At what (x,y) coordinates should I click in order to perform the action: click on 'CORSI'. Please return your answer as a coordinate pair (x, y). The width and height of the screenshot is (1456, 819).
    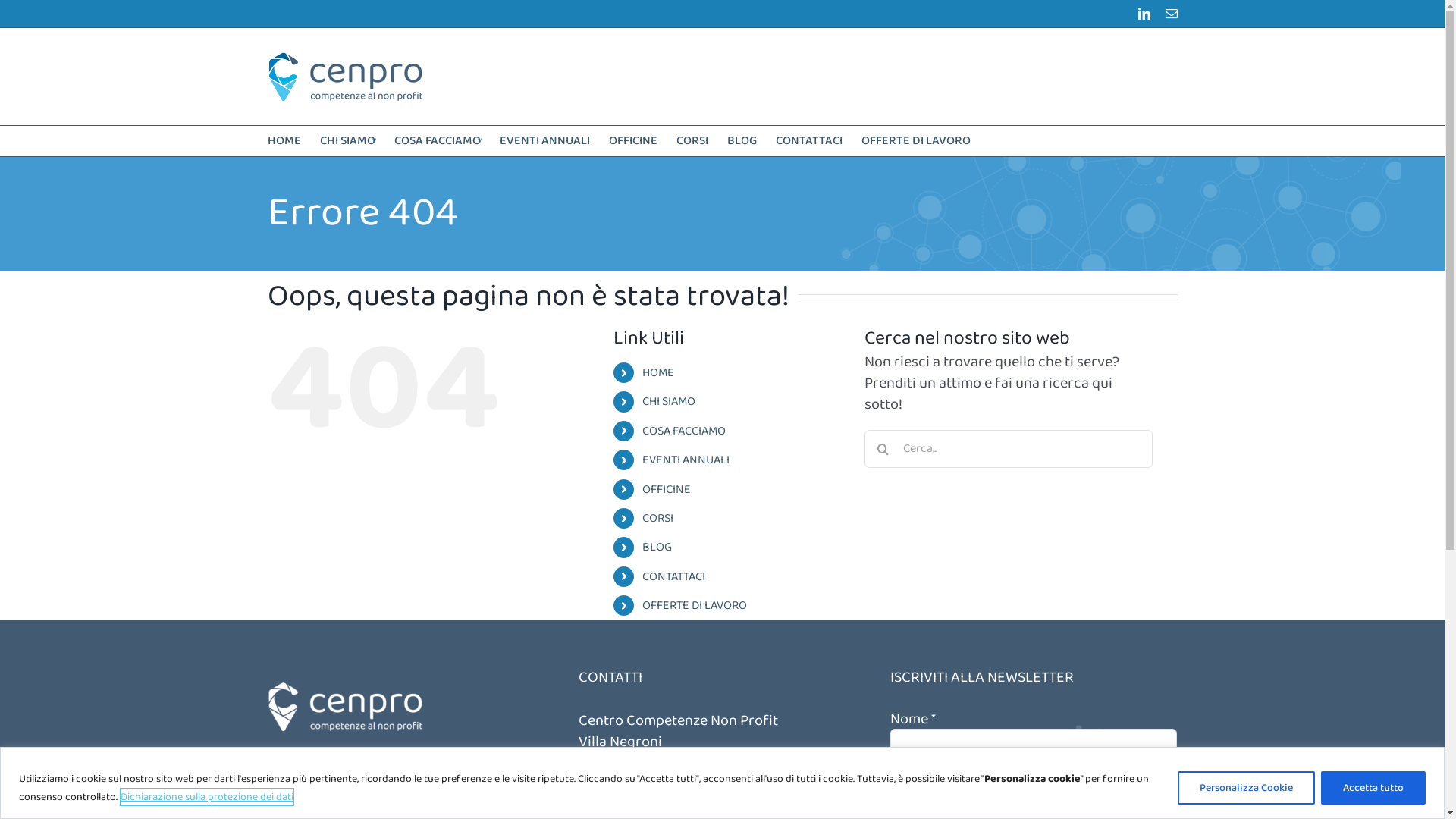
    Looking at the image, I should click on (691, 140).